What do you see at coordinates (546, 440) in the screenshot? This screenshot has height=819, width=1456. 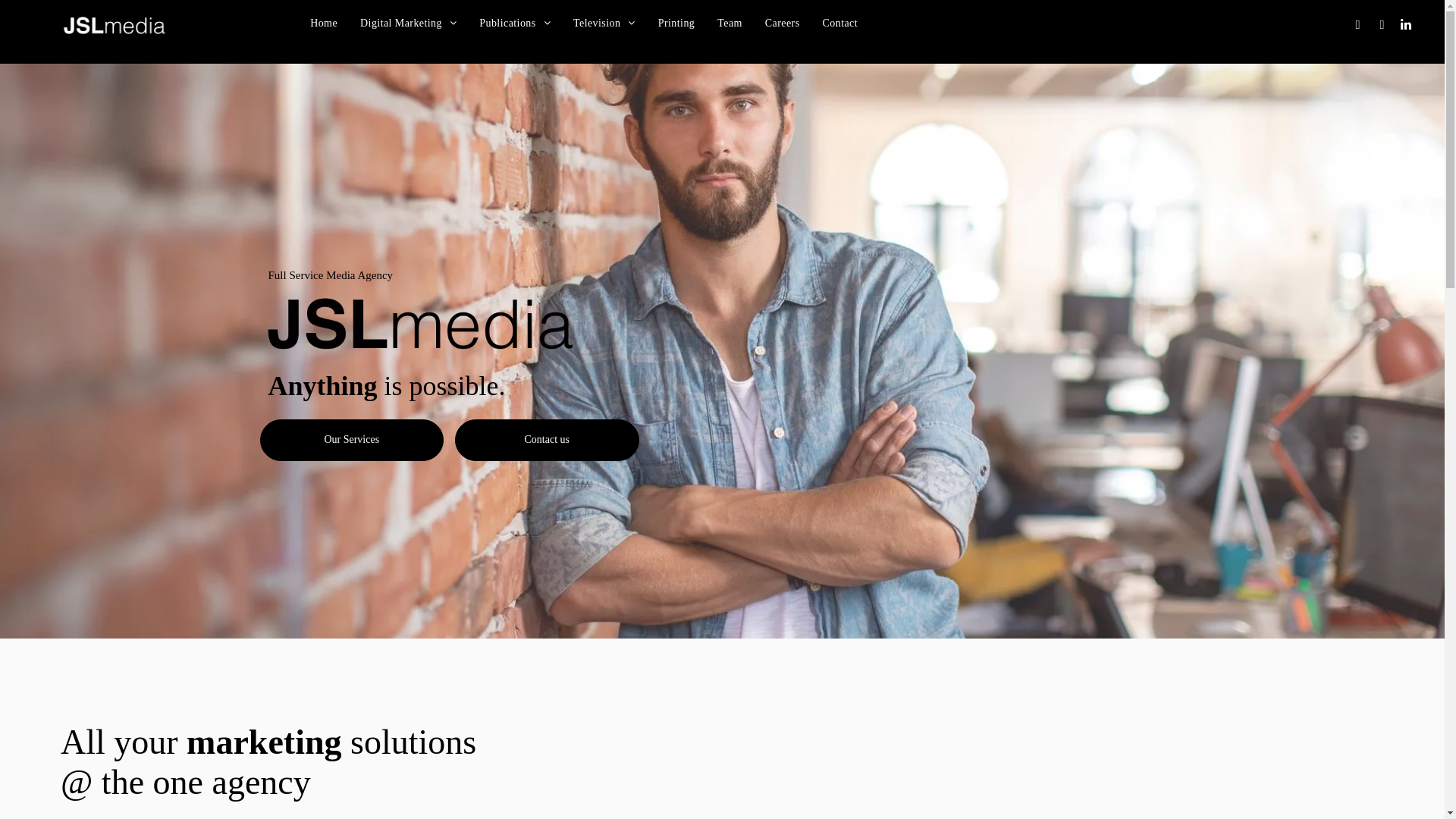 I see `'Contact us'` at bounding box center [546, 440].